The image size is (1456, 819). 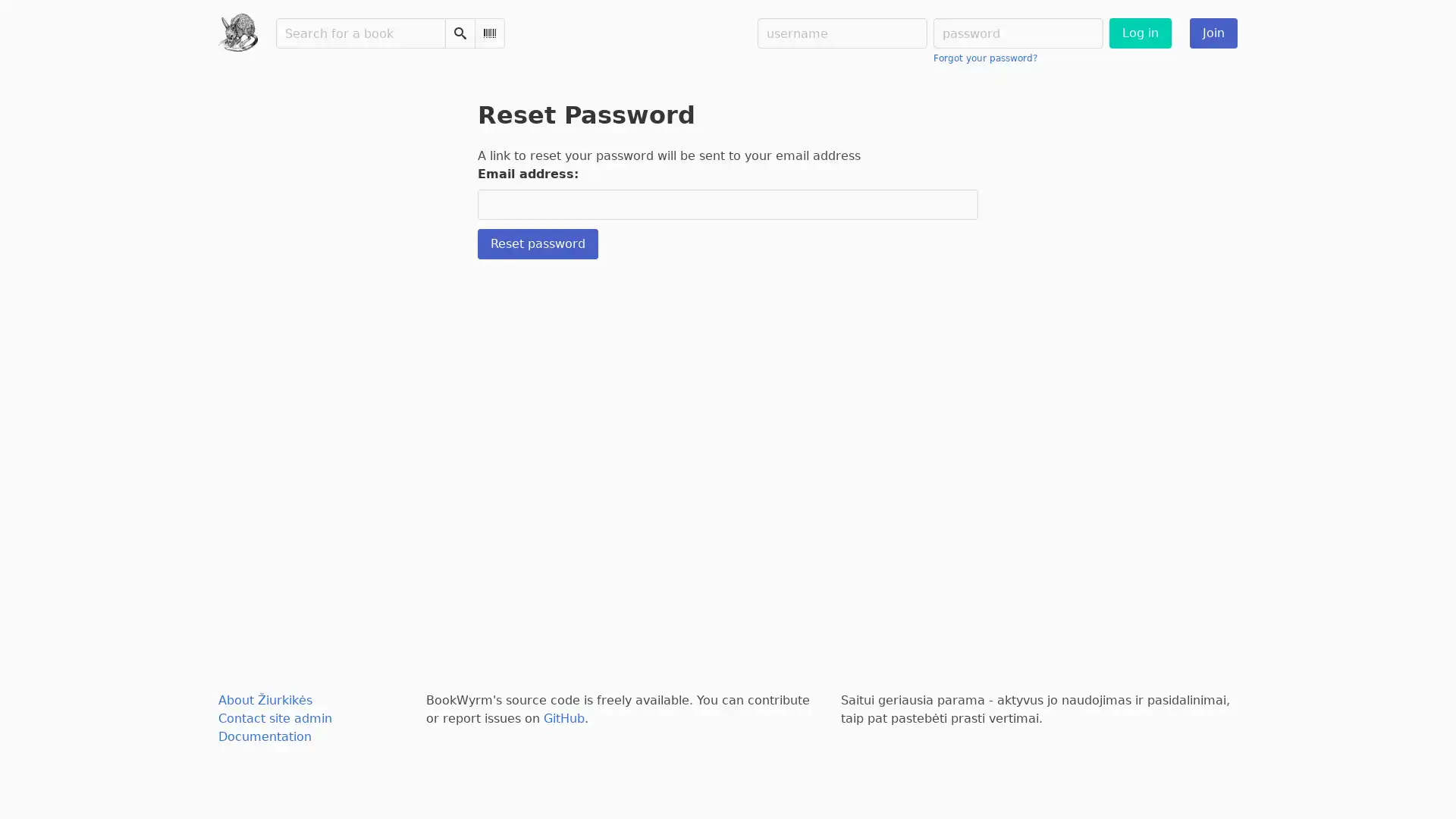 I want to click on Log in, so click(x=1139, y=33).